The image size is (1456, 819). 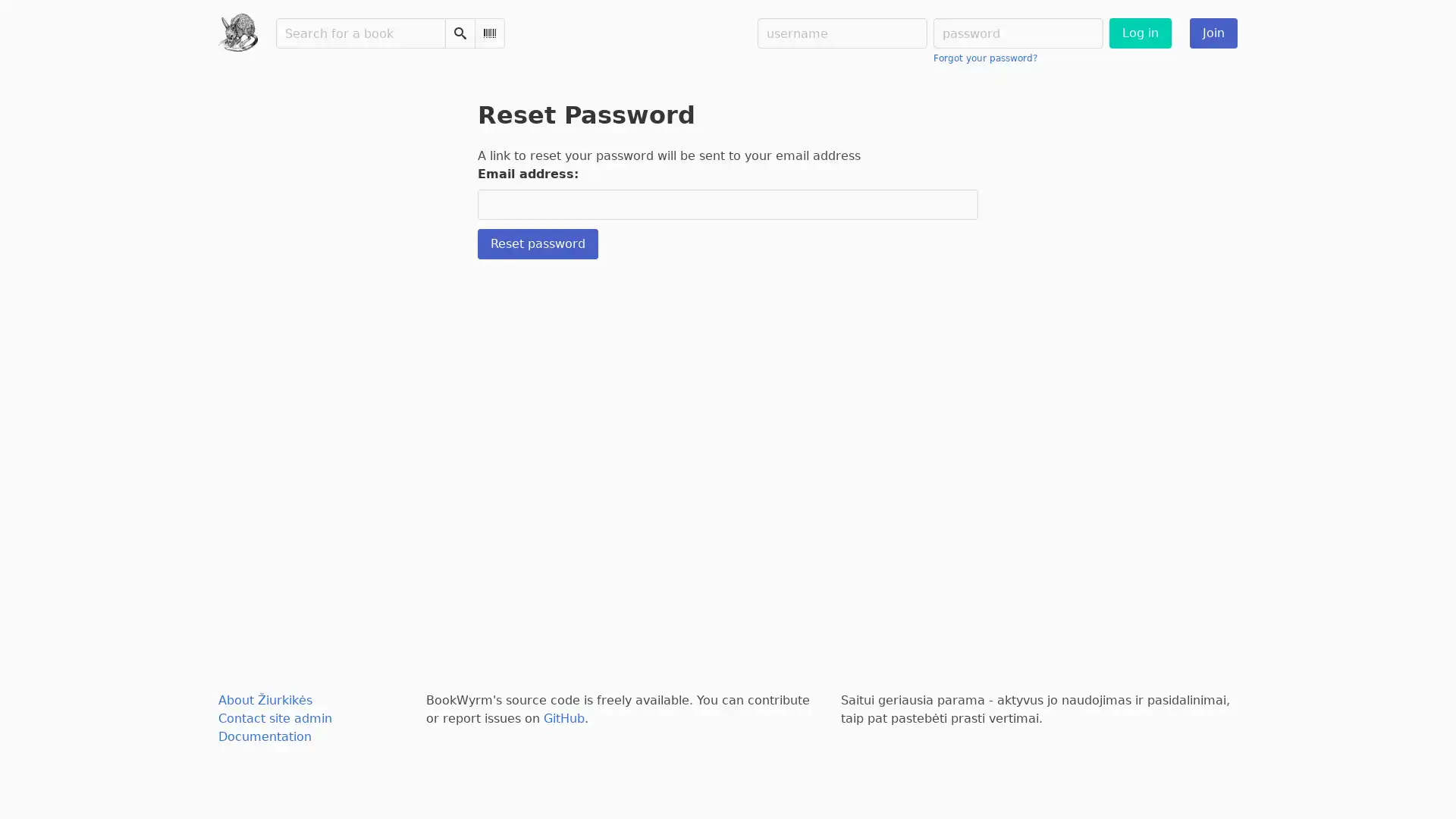 I want to click on Log in, so click(x=1139, y=33).